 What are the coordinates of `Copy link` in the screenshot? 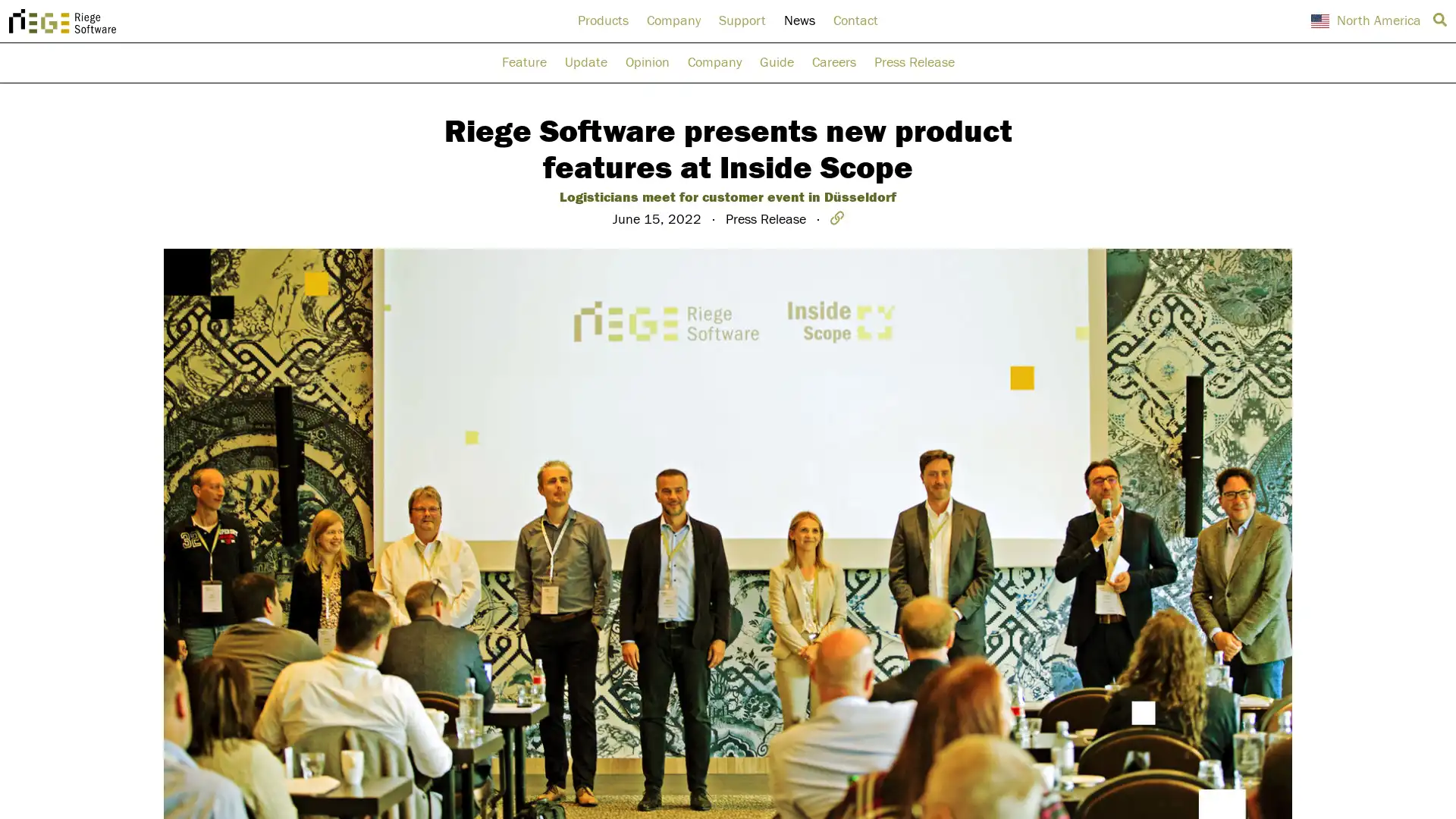 It's located at (836, 219).